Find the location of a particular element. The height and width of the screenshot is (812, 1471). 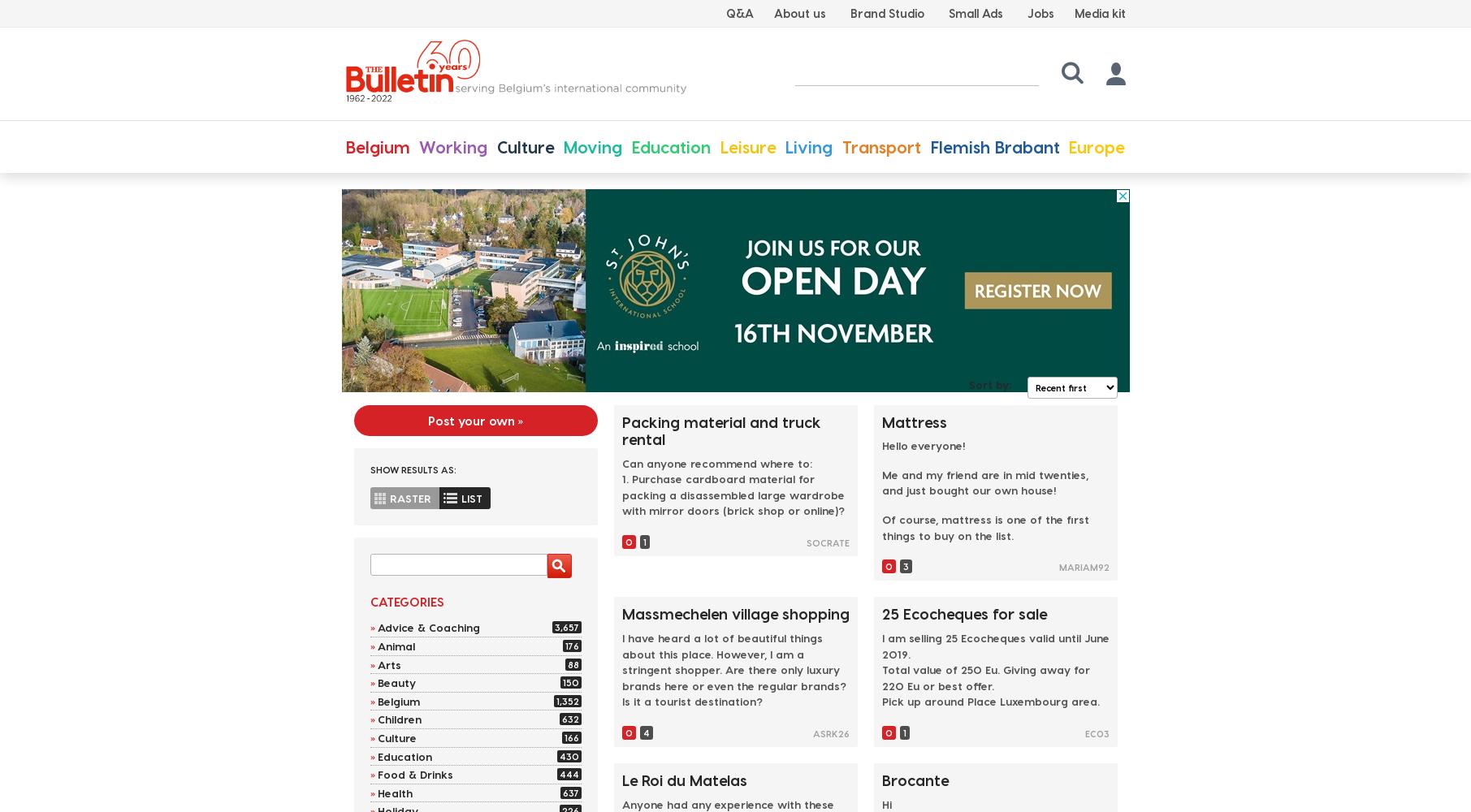

'Moving' is located at coordinates (563, 146).